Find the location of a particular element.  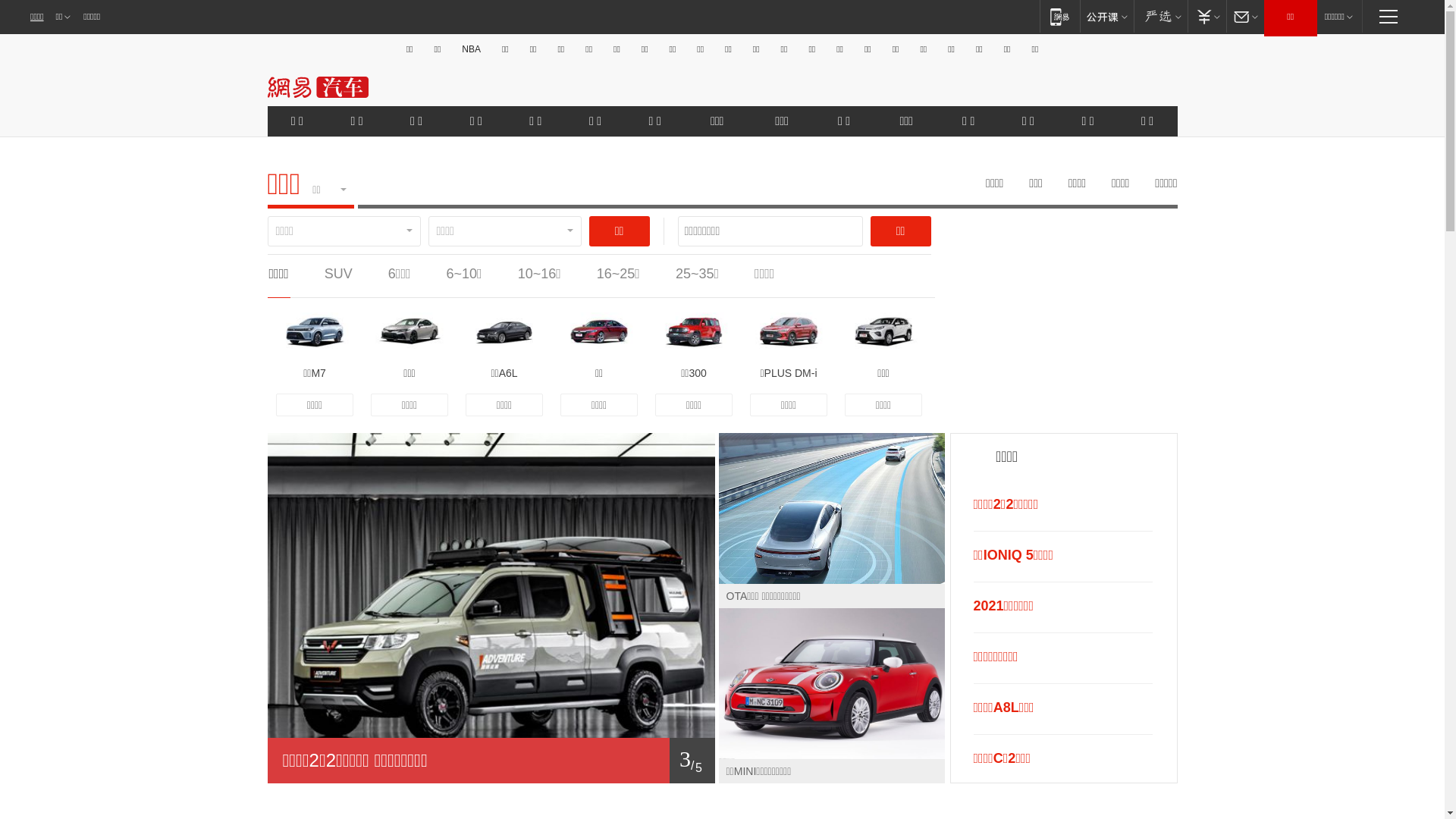

'1/ 5' is located at coordinates (491, 760).